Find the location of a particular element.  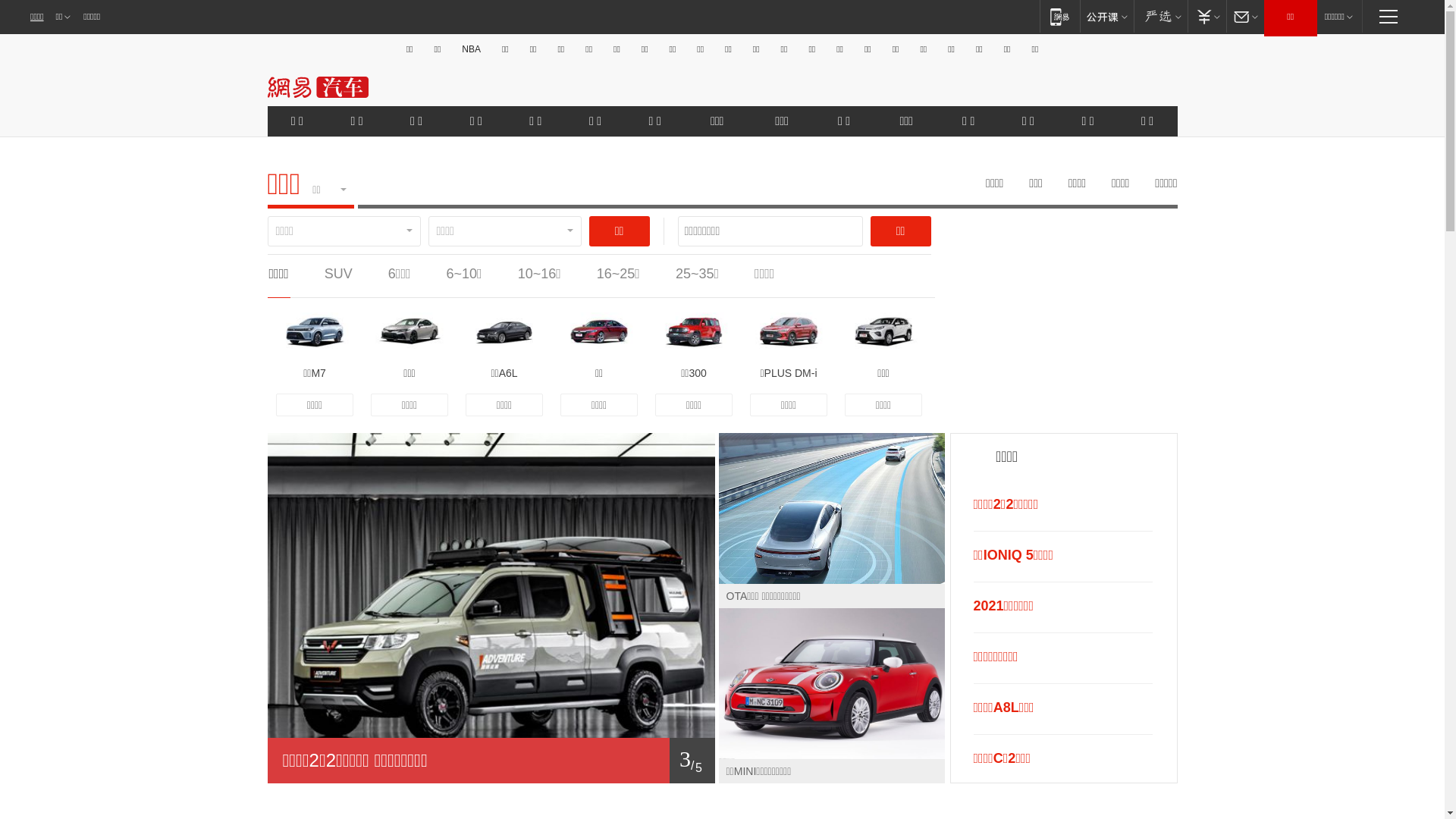

'1/ 5' is located at coordinates (491, 760).